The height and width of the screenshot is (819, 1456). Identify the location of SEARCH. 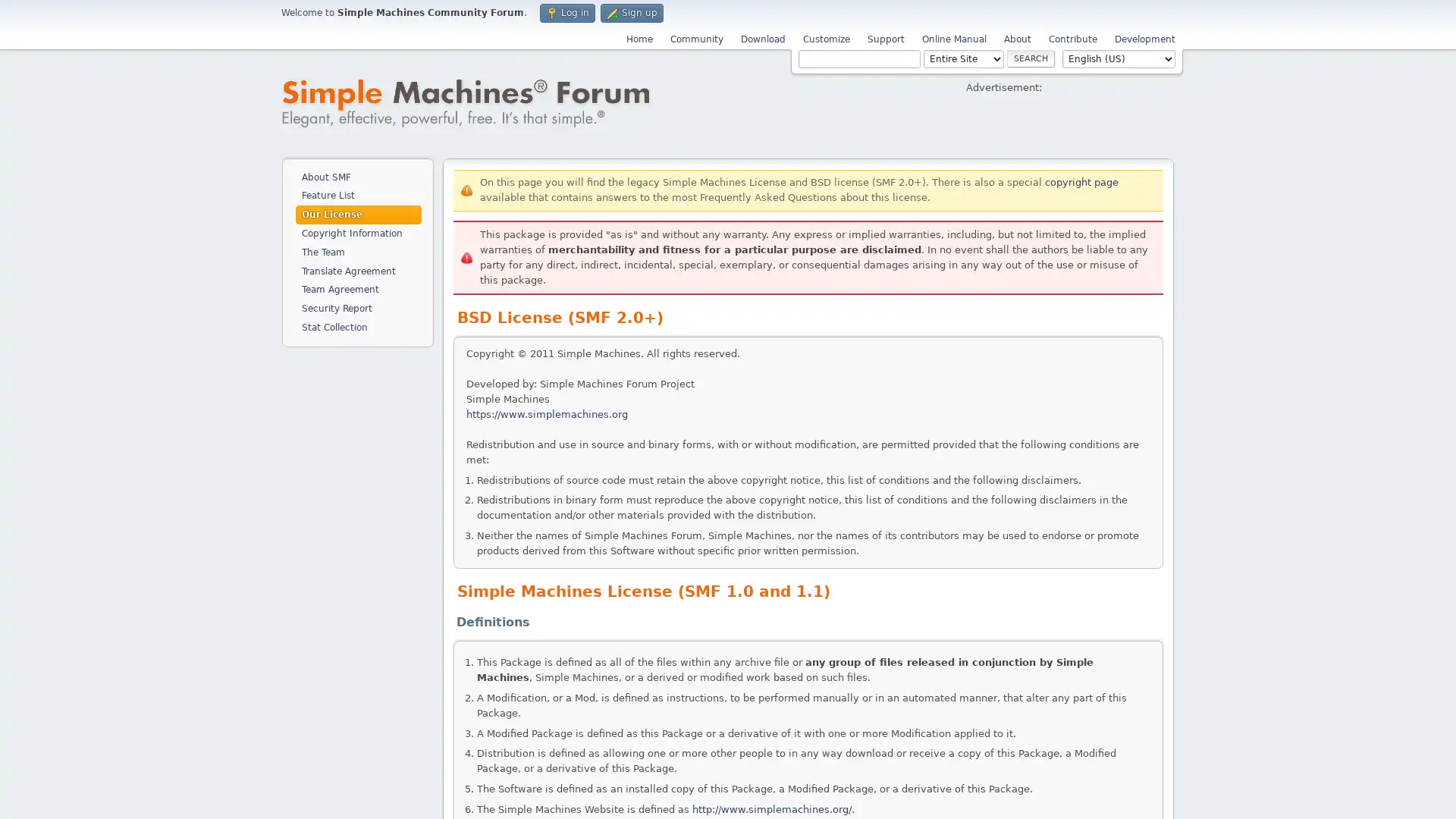
(1031, 58).